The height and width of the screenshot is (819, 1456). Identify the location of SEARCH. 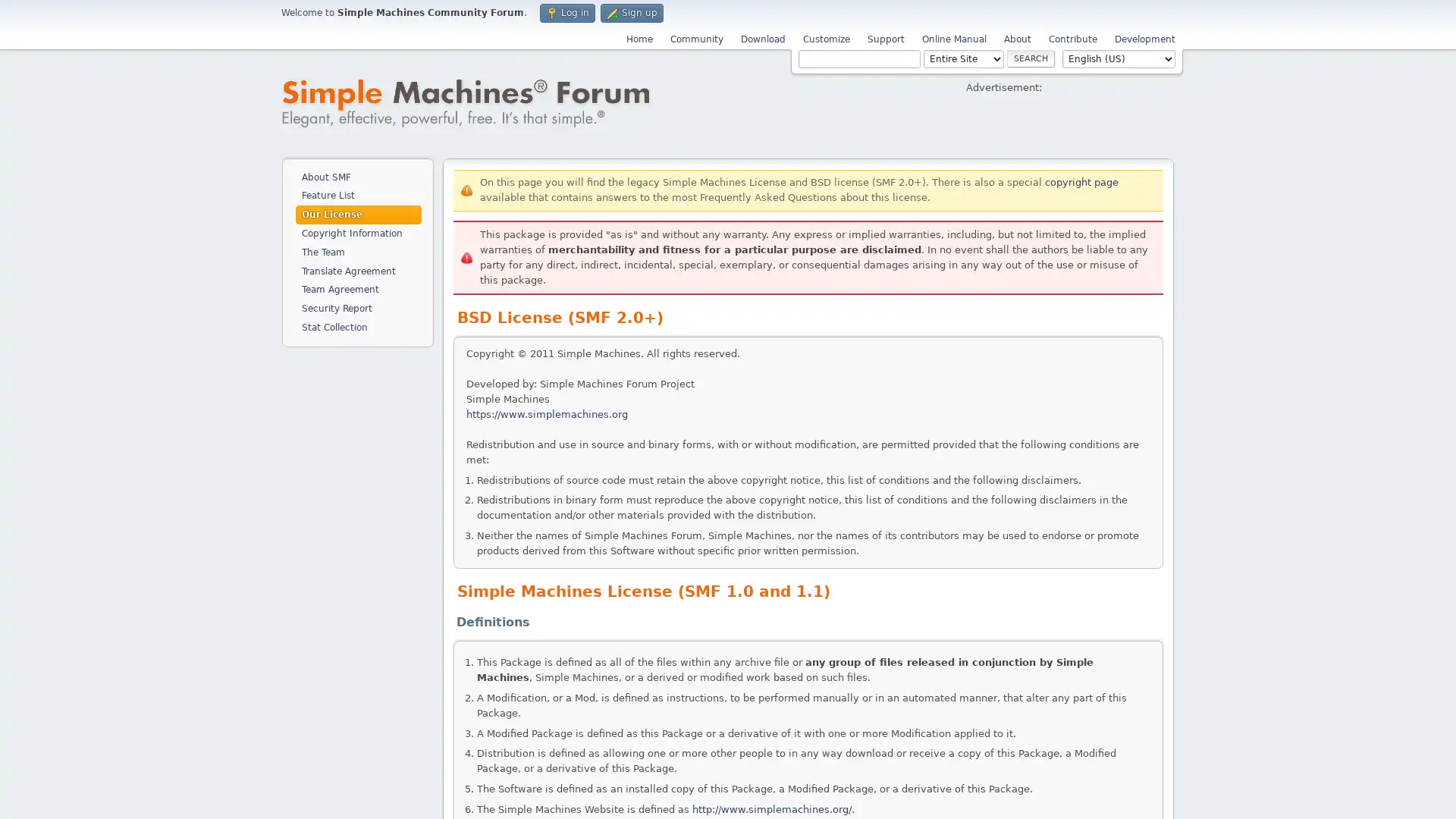
(1031, 58).